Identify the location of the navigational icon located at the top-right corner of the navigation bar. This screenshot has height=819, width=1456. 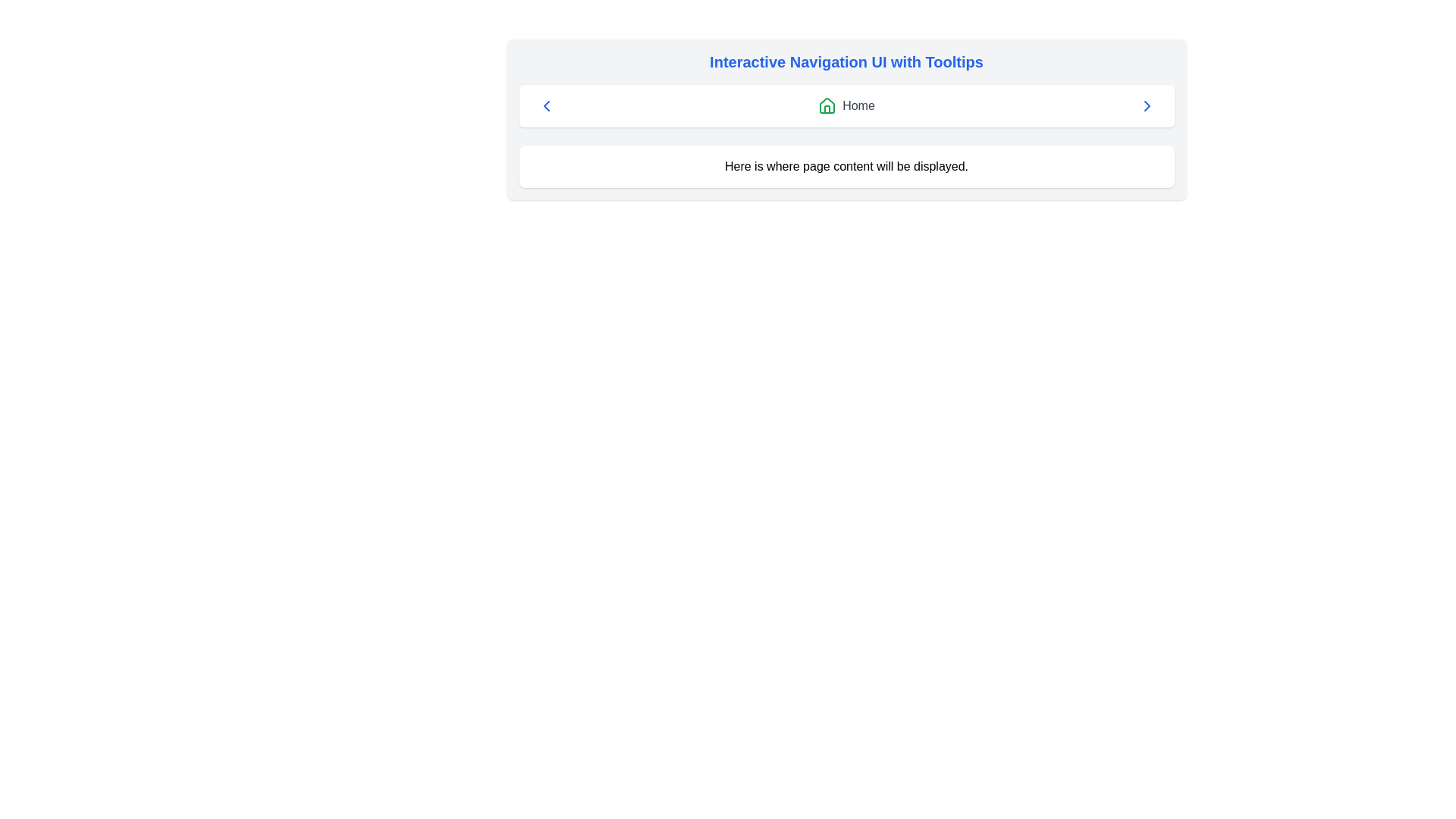
(1147, 105).